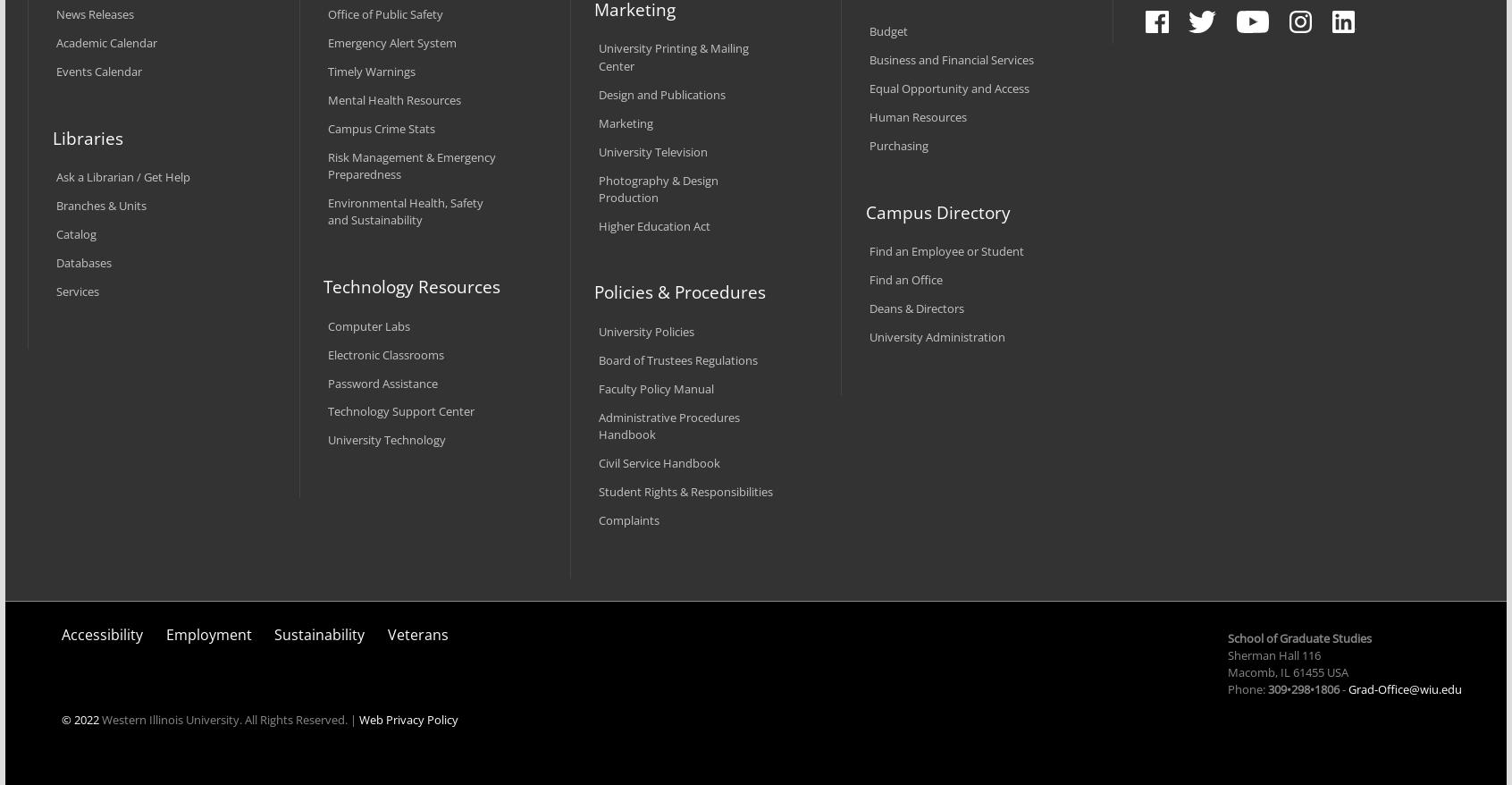  What do you see at coordinates (660, 93) in the screenshot?
I see `'Design and Publications'` at bounding box center [660, 93].